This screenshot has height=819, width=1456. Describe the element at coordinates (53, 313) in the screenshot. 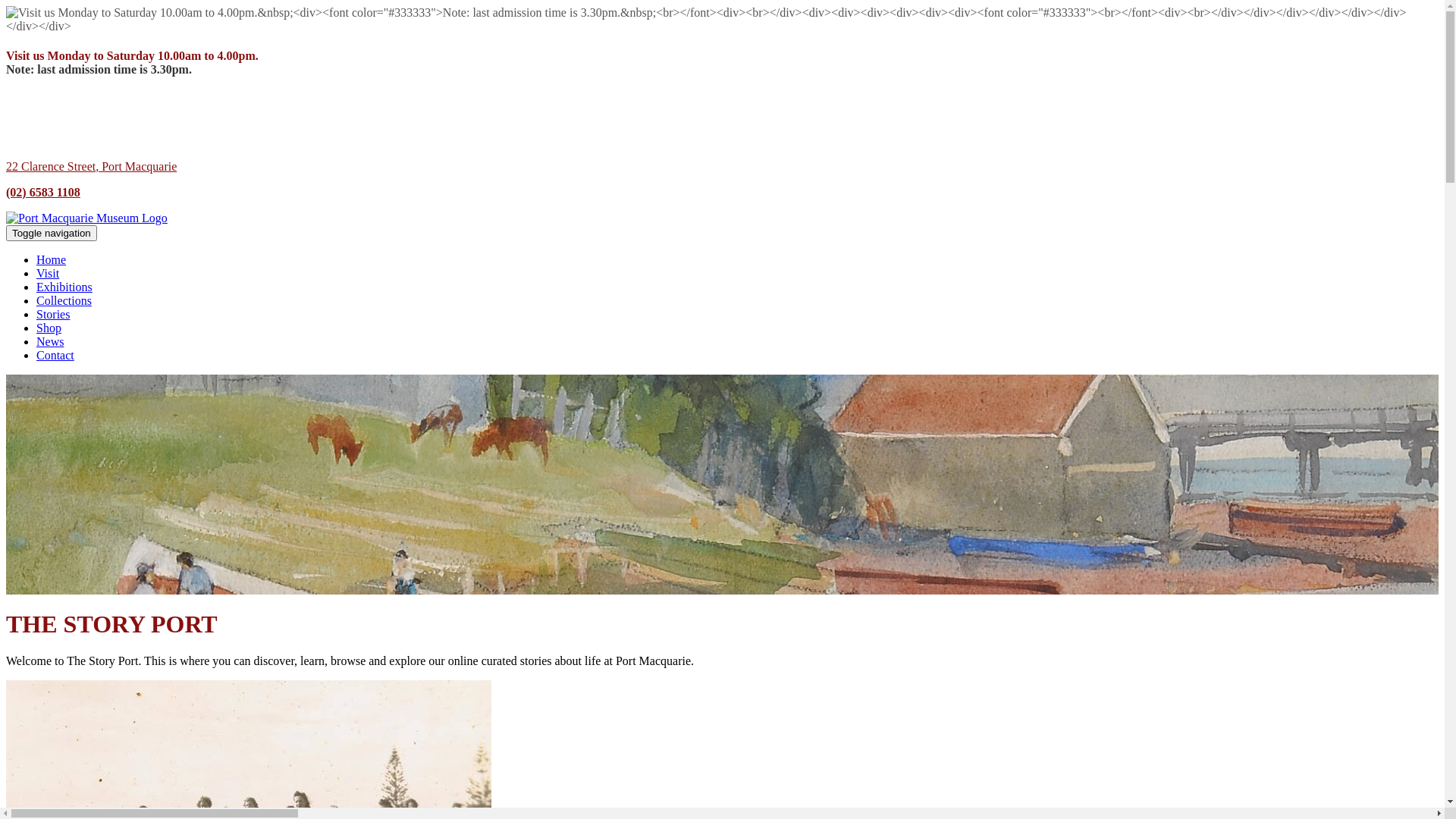

I see `'Stories'` at that location.